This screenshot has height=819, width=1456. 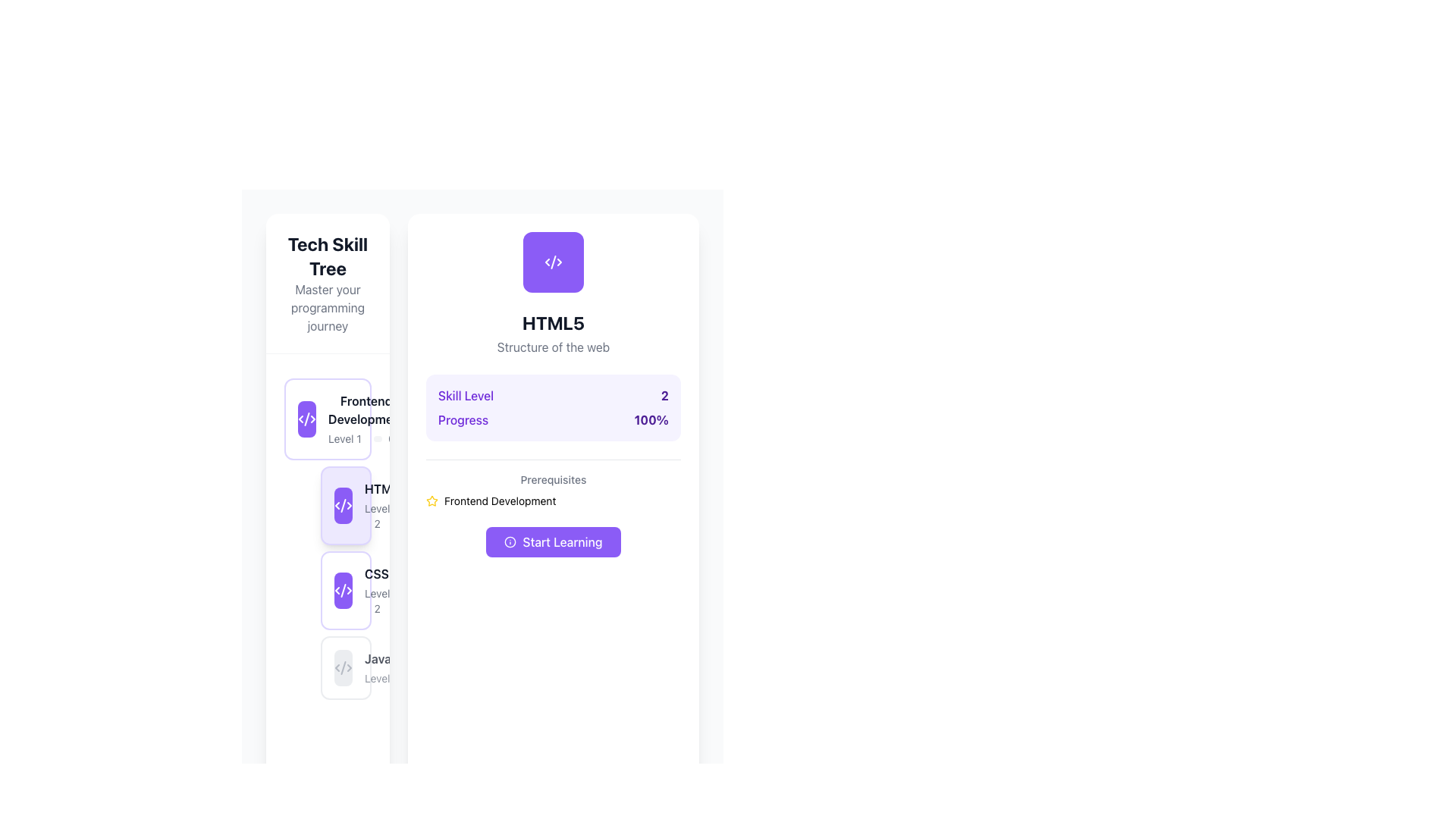 What do you see at coordinates (500, 500) in the screenshot?
I see `the Text Label indicating prerequisites for the related course located under the 'Prerequisites' section on the right-side panel` at bounding box center [500, 500].